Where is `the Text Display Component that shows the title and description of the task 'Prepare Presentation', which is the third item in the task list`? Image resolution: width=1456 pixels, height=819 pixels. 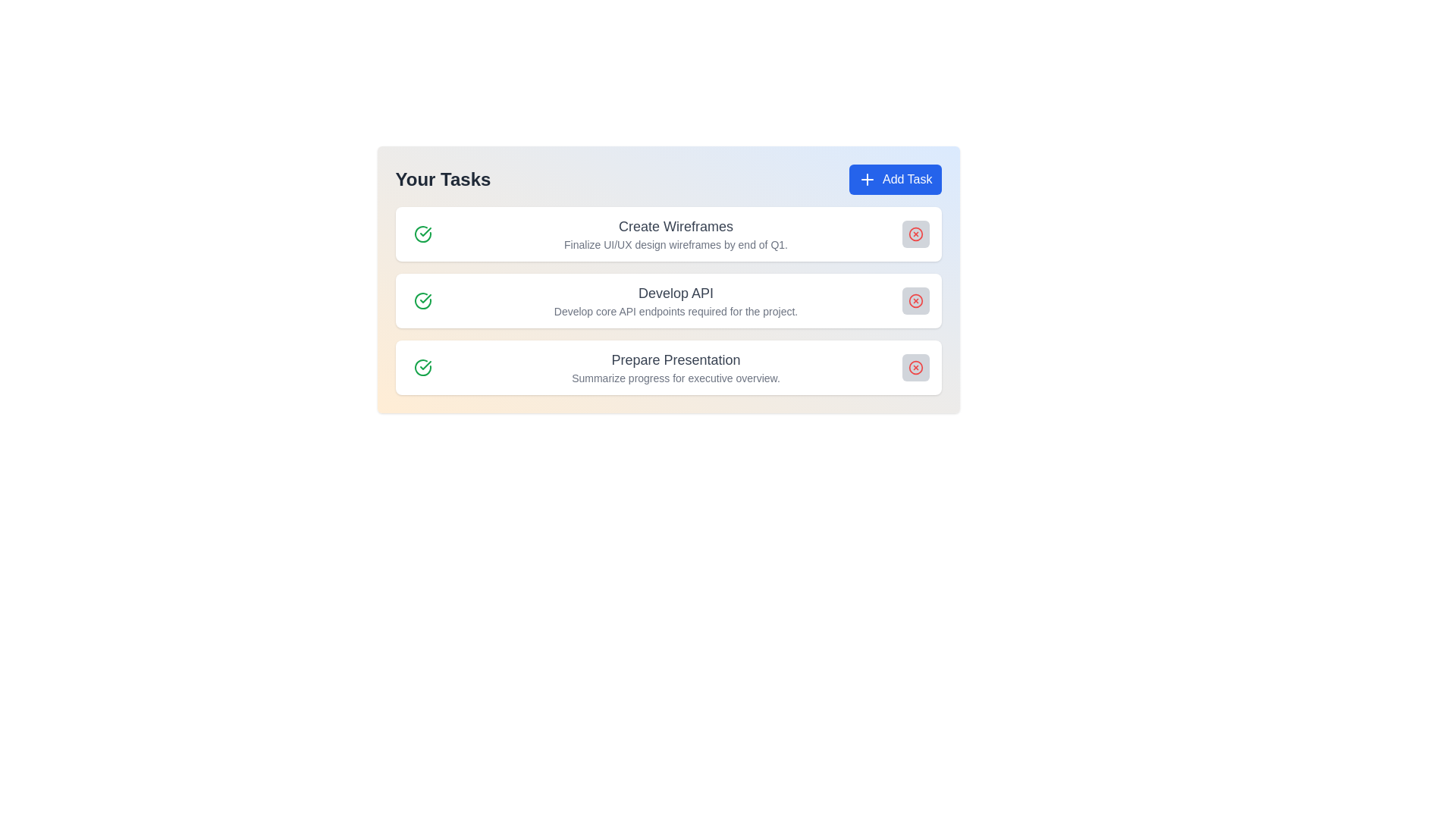
the Text Display Component that shows the title and description of the task 'Prepare Presentation', which is the third item in the task list is located at coordinates (675, 368).